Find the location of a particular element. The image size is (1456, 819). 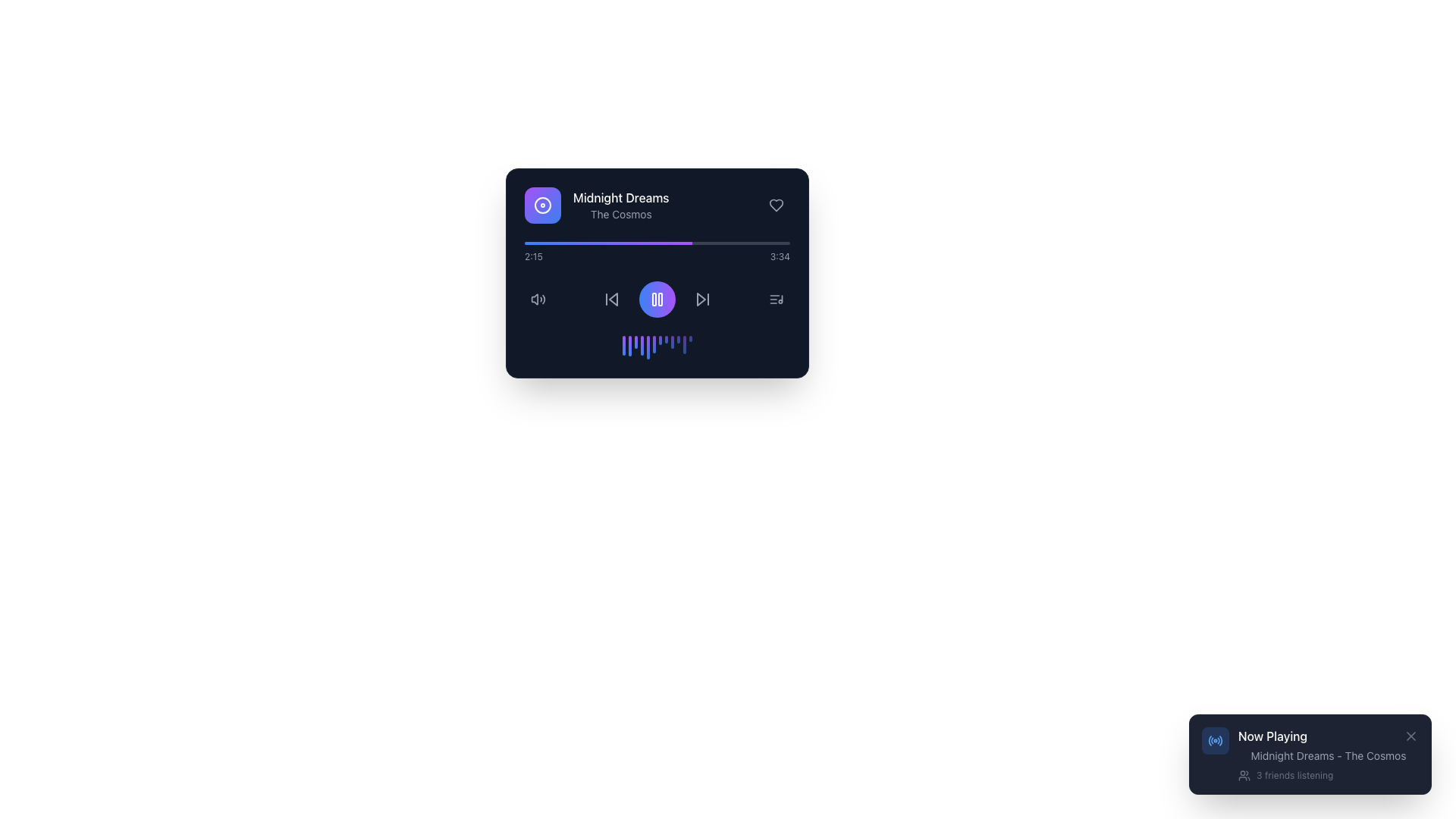

playback progress is located at coordinates (574, 242).